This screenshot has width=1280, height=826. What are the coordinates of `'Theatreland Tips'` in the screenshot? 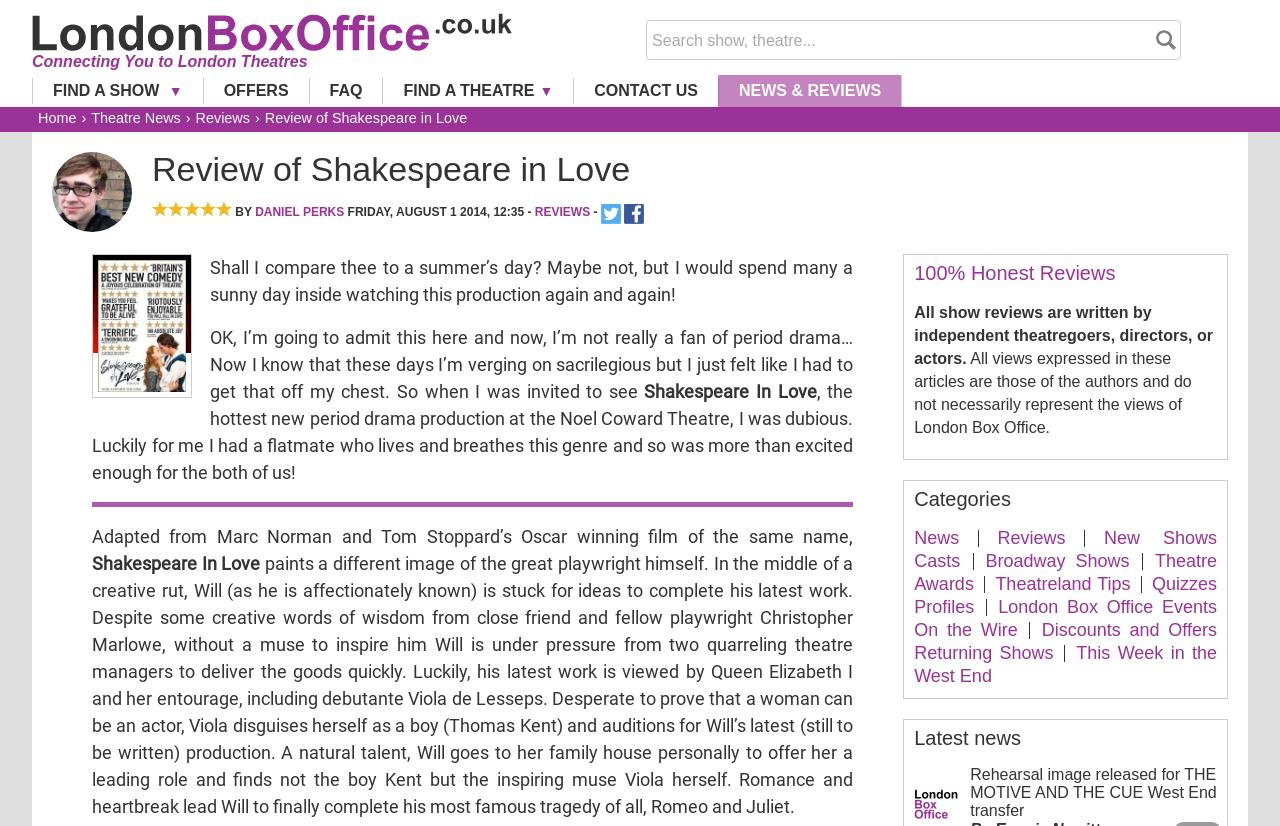 It's located at (1061, 581).